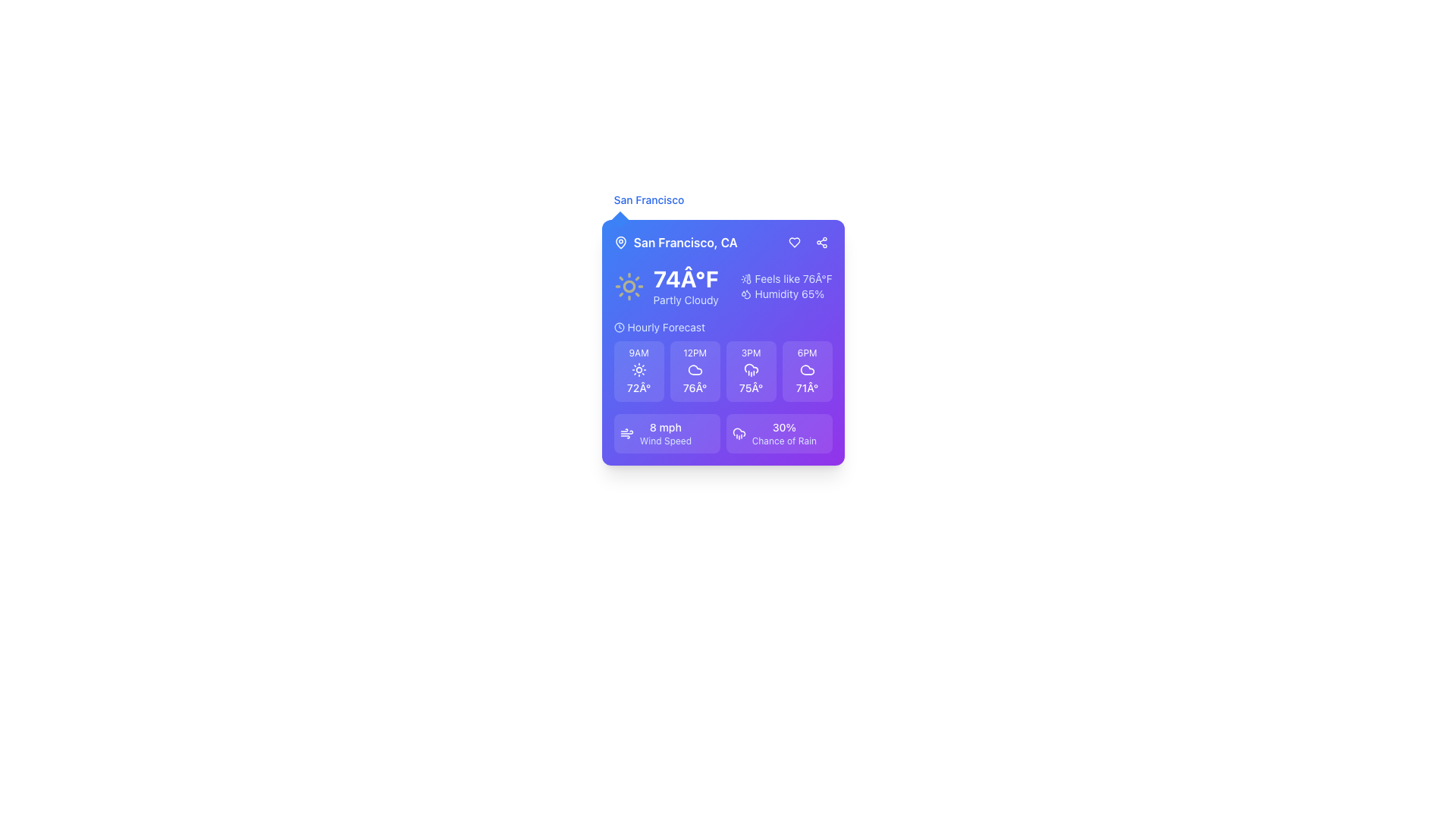 This screenshot has height=819, width=1456. Describe the element at coordinates (821, 242) in the screenshot. I see `the second button from the right in the card interface` at that location.